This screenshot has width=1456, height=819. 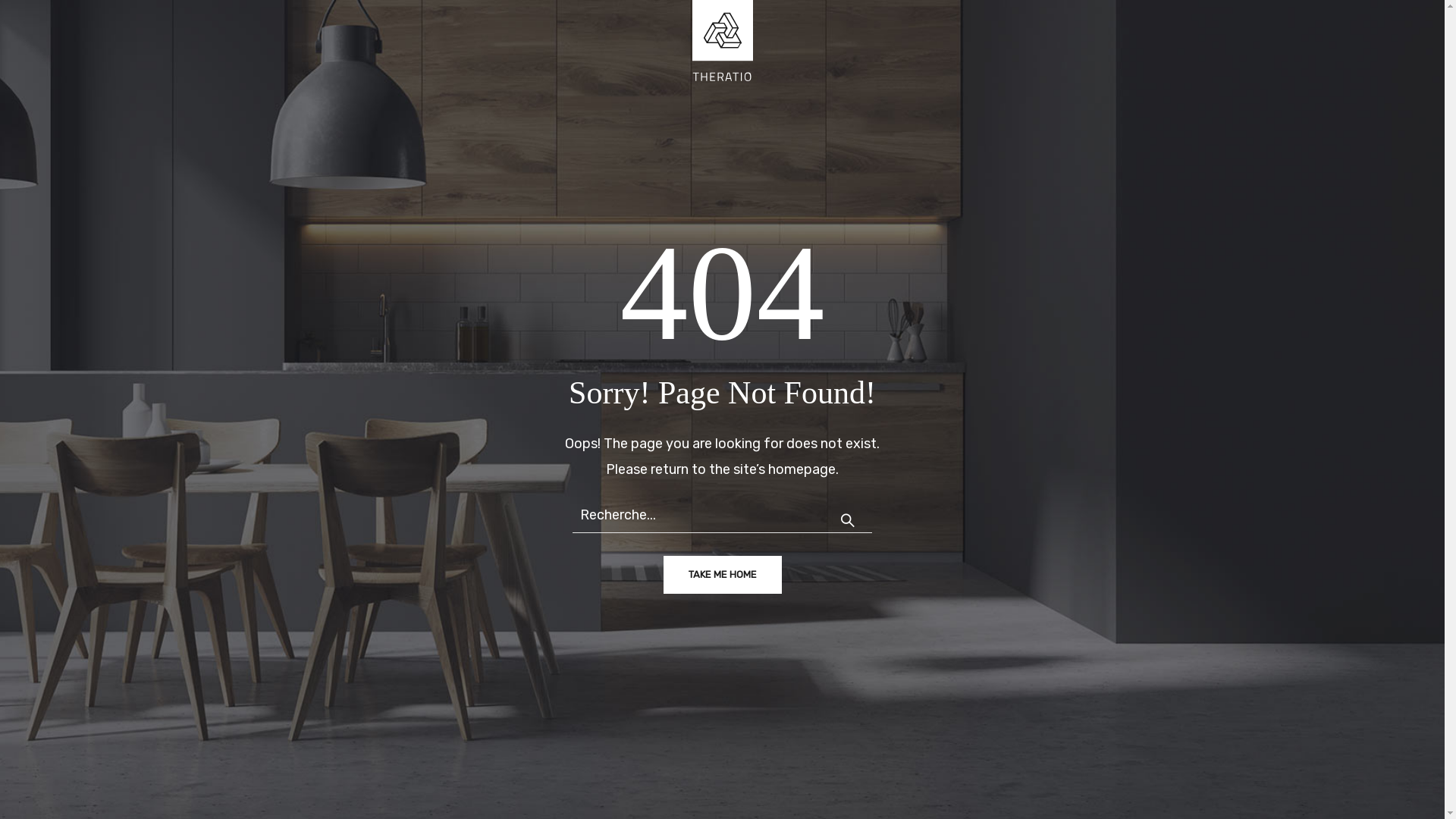 What do you see at coordinates (720, 575) in the screenshot?
I see `'TAKE ME HOME'` at bounding box center [720, 575].